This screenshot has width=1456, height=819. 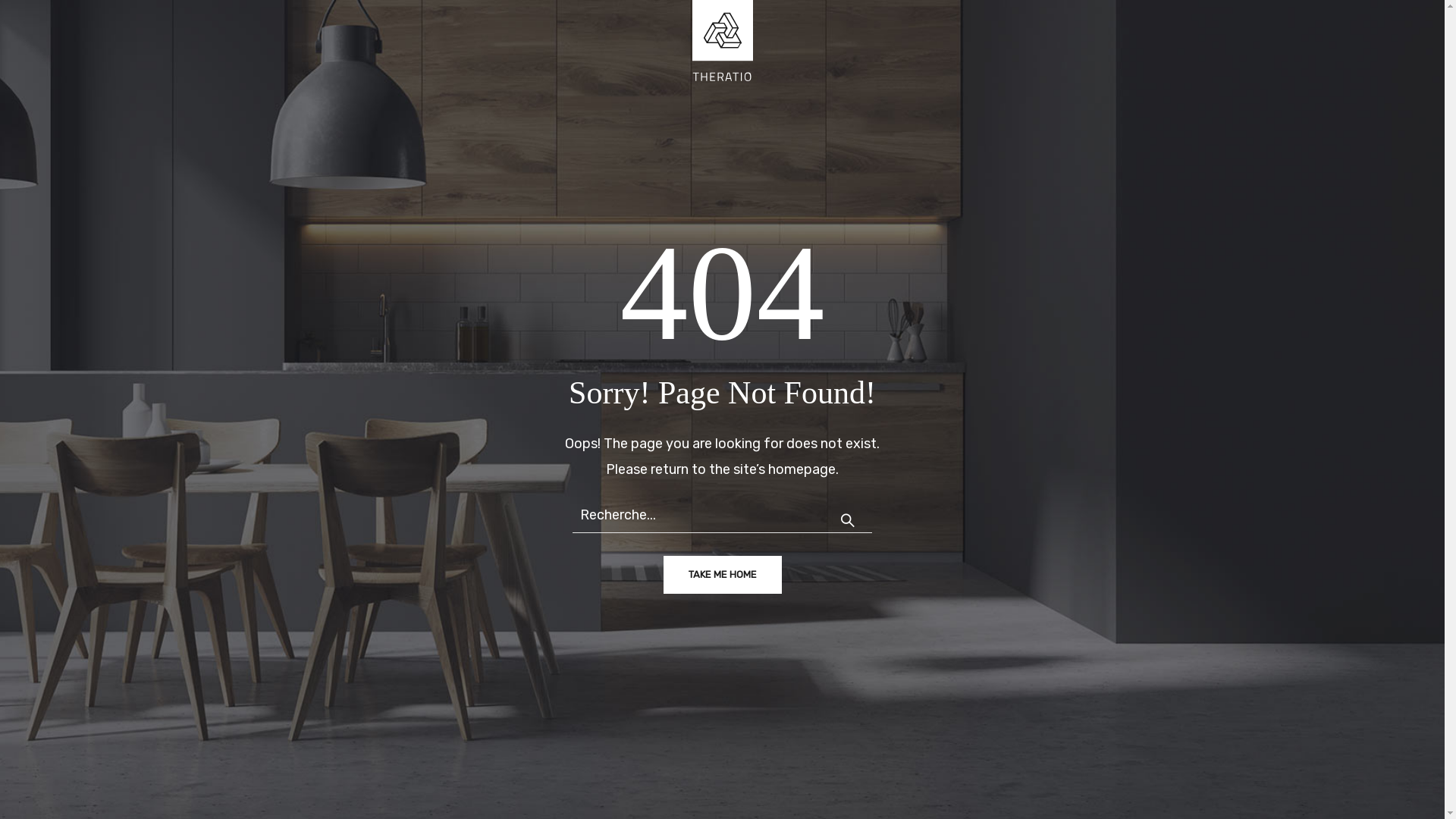 What do you see at coordinates (720, 575) in the screenshot?
I see `'TAKE ME HOME'` at bounding box center [720, 575].